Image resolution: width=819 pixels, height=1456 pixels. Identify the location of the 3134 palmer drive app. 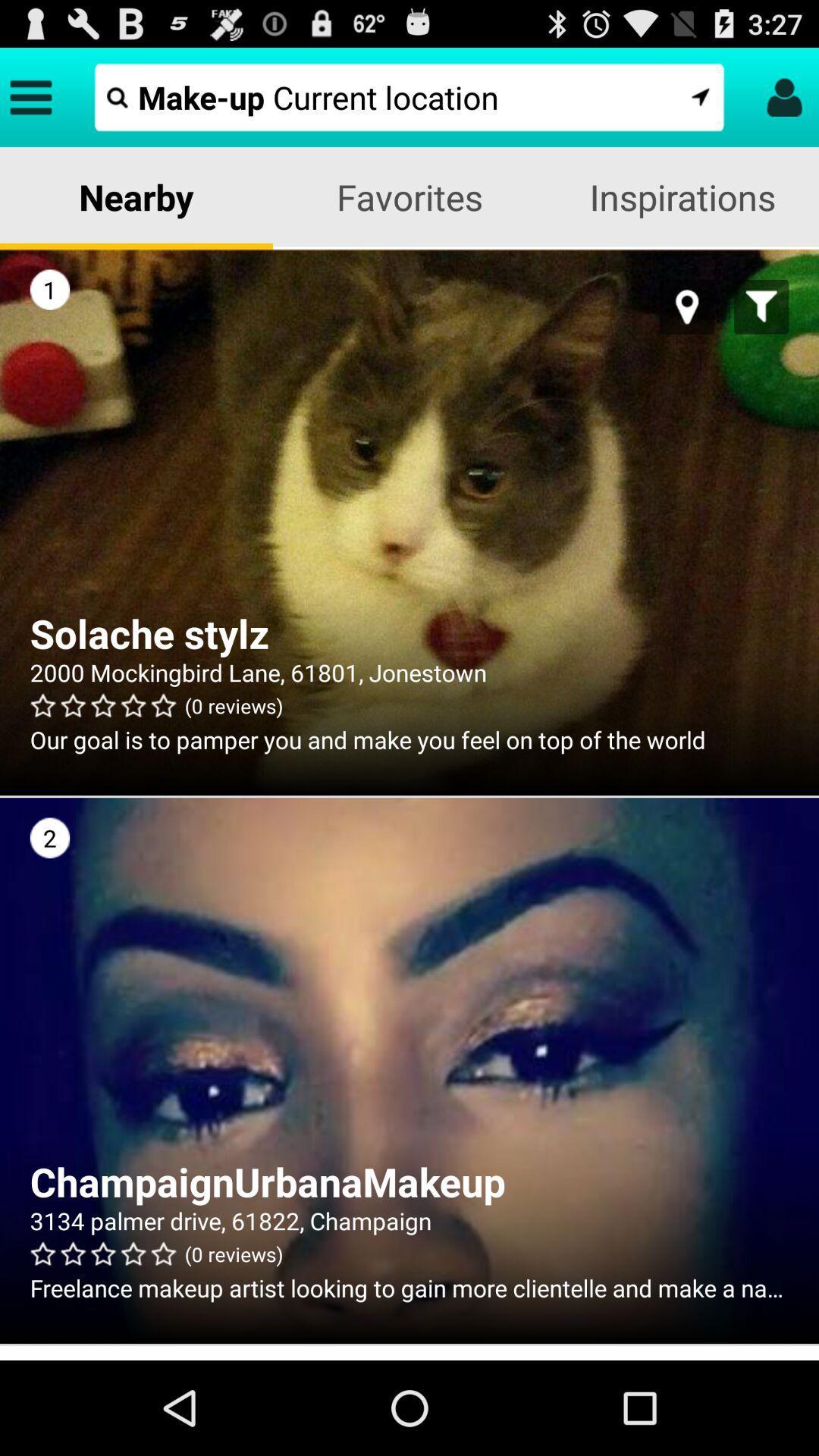
(409, 1220).